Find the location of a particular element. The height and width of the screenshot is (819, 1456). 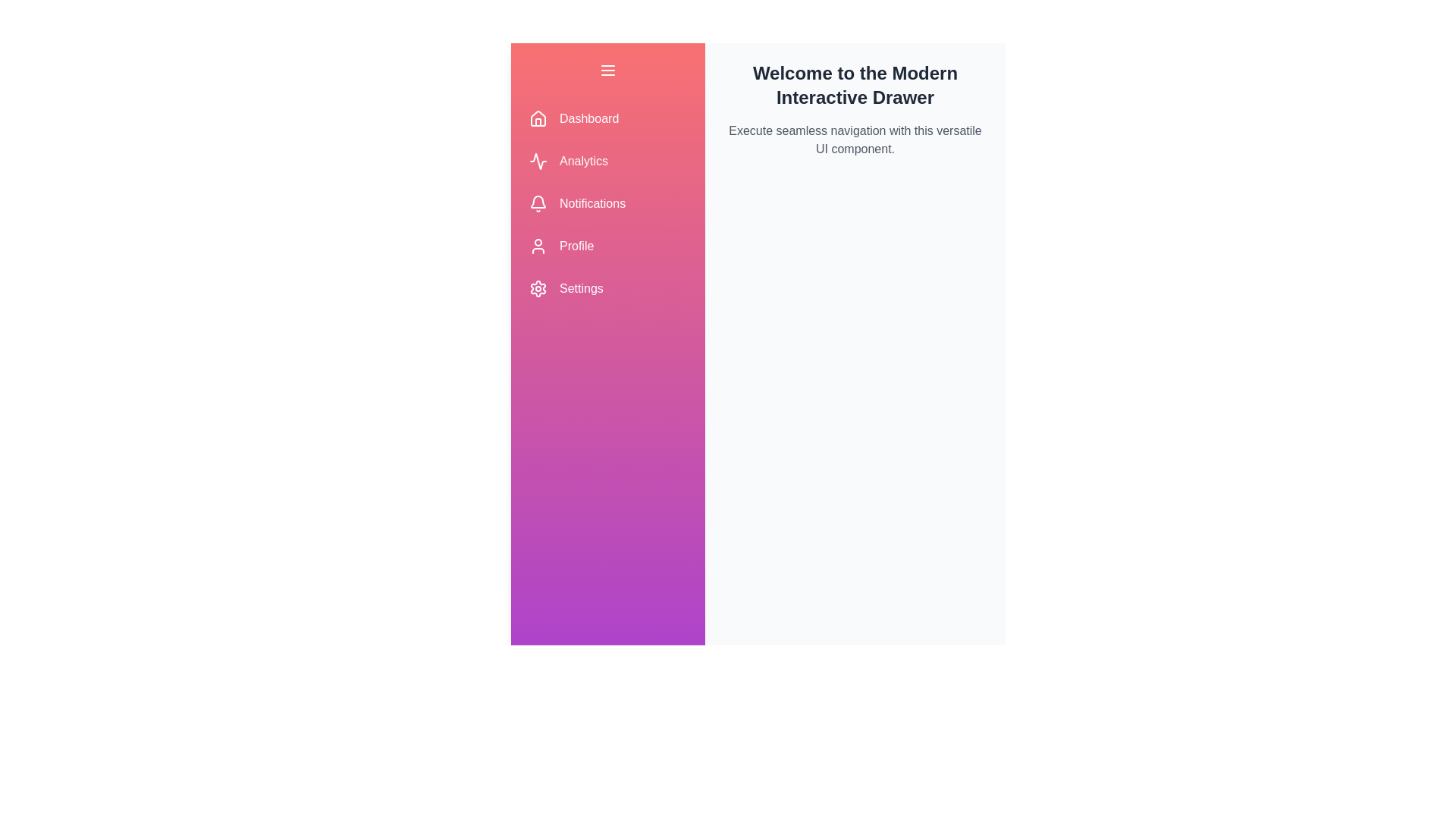

the navigation item labeled 'Profile' to observe visual changes is located at coordinates (607, 245).